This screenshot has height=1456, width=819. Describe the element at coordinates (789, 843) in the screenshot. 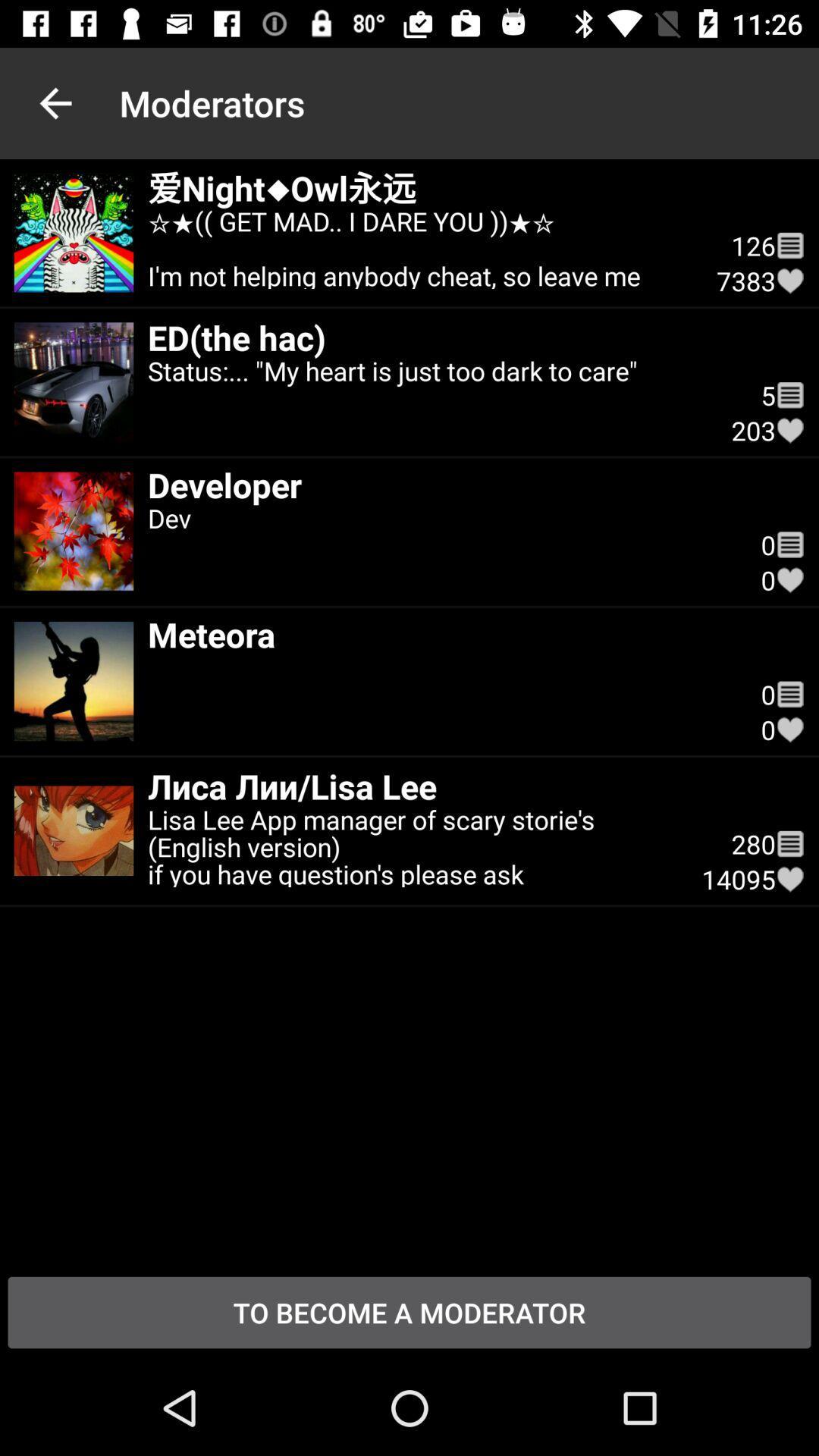

I see `the icon next to the 280 item` at that location.